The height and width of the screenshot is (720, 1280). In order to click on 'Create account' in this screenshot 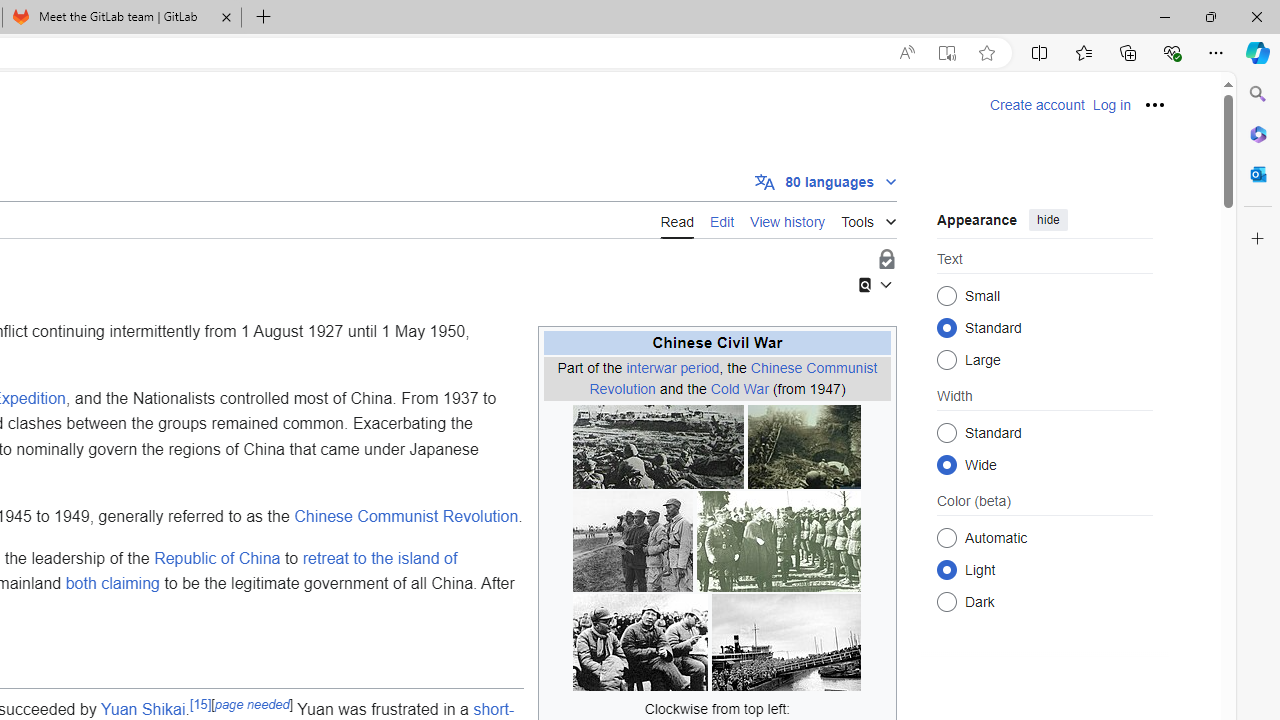, I will do `click(1037, 105)`.